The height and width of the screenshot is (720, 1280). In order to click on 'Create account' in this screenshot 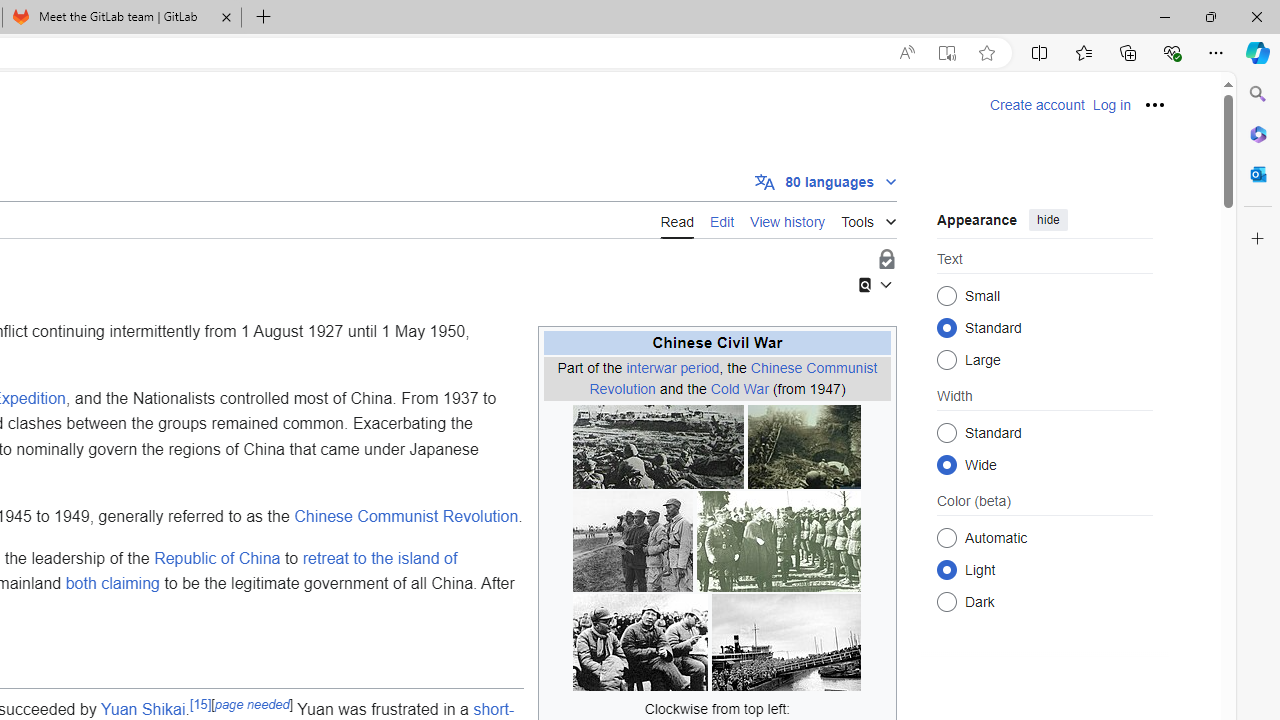, I will do `click(1037, 105)`.